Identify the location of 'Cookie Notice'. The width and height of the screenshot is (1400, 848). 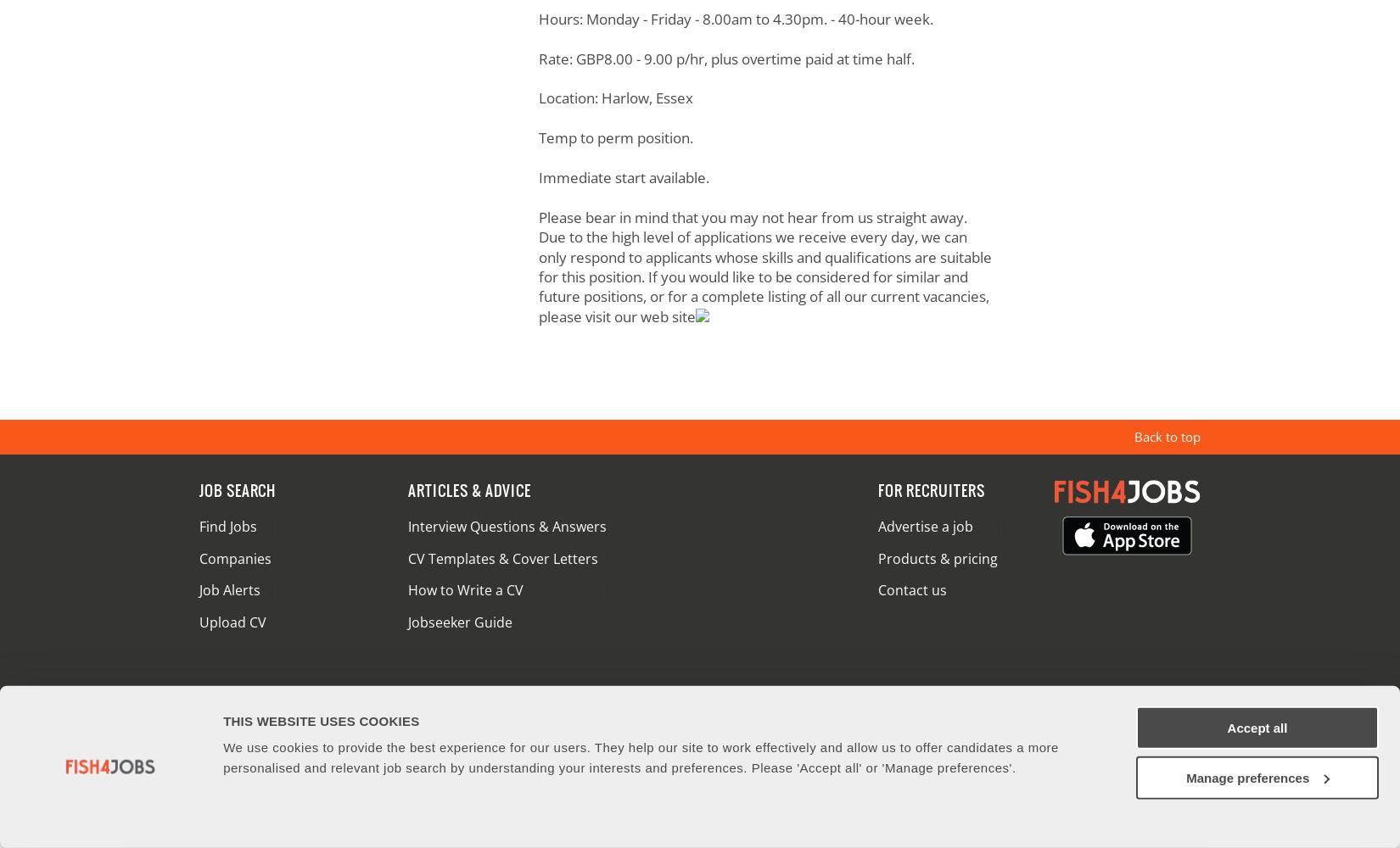
(762, 746).